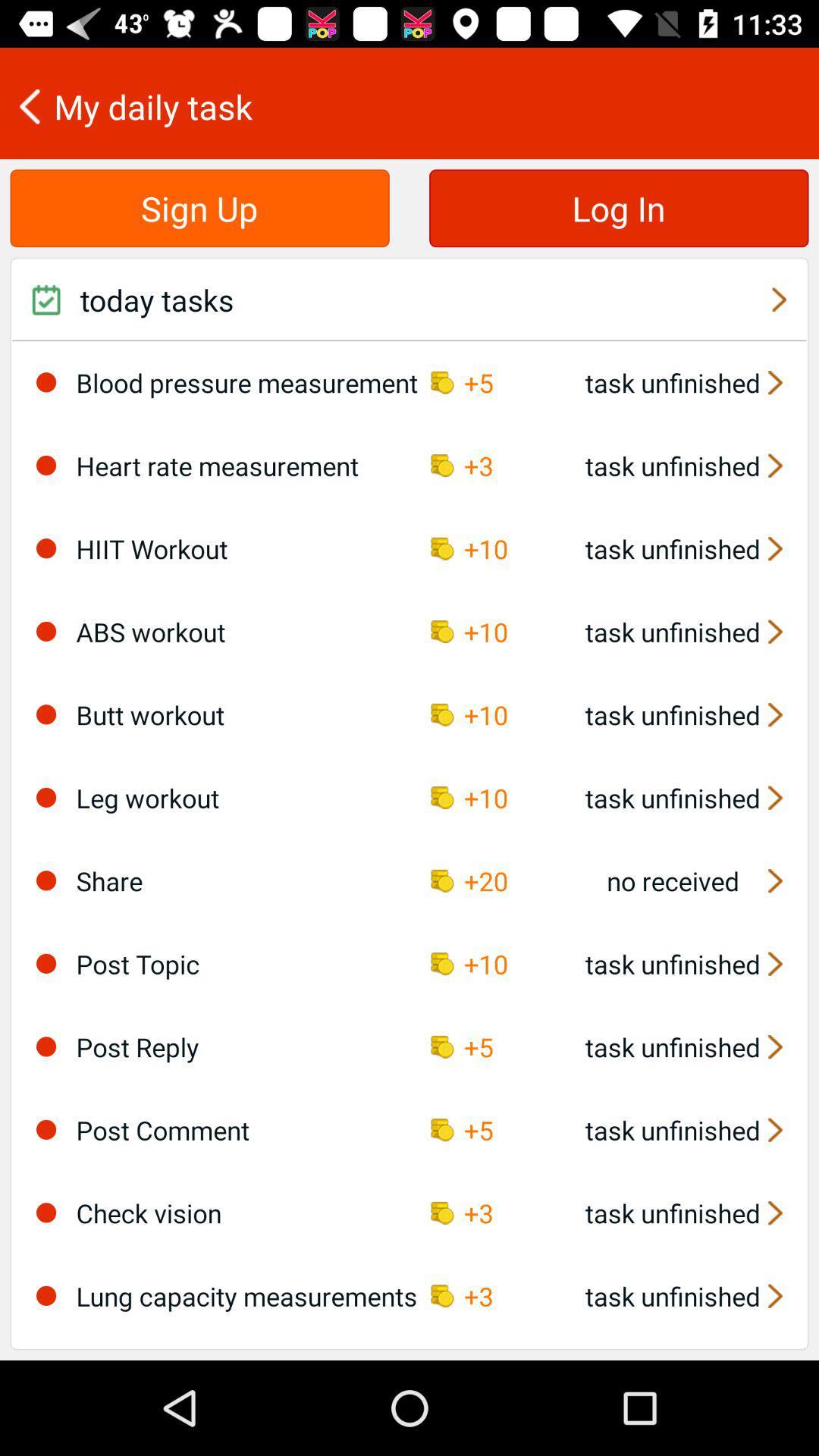  I want to click on check vision dot, so click(45, 1212).